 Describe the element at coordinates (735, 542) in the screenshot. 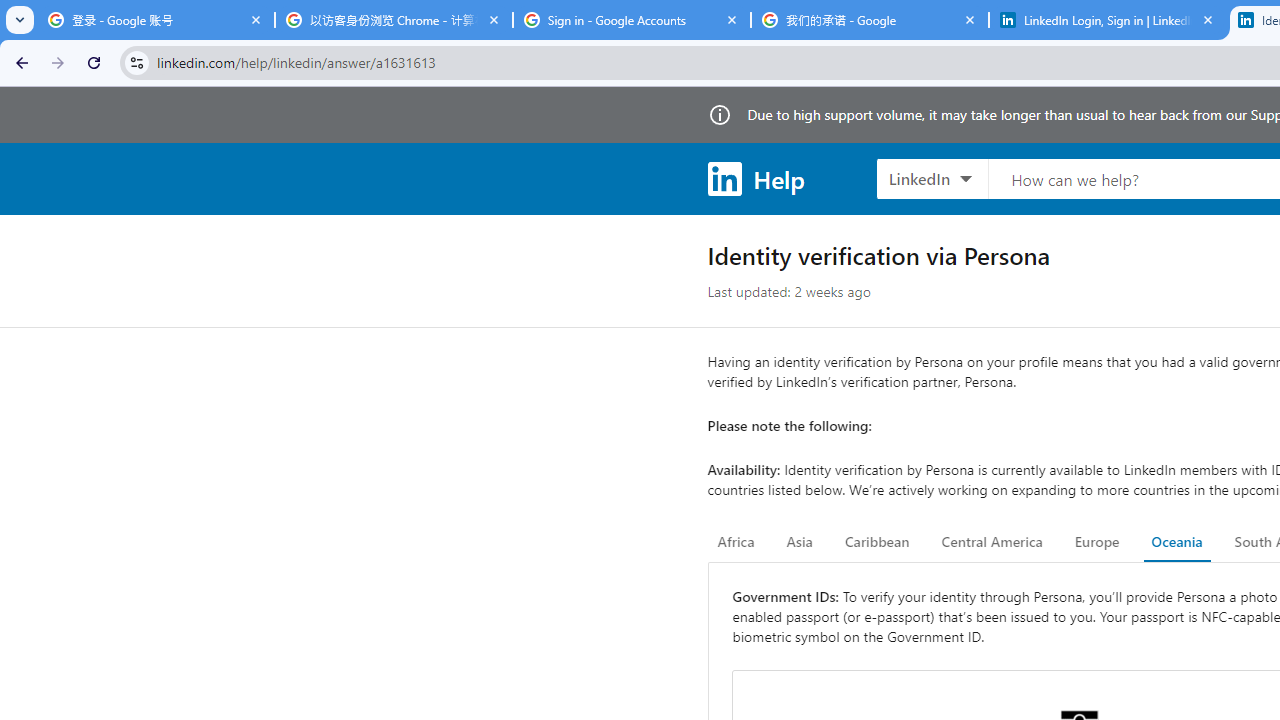

I see `'Africa'` at that location.